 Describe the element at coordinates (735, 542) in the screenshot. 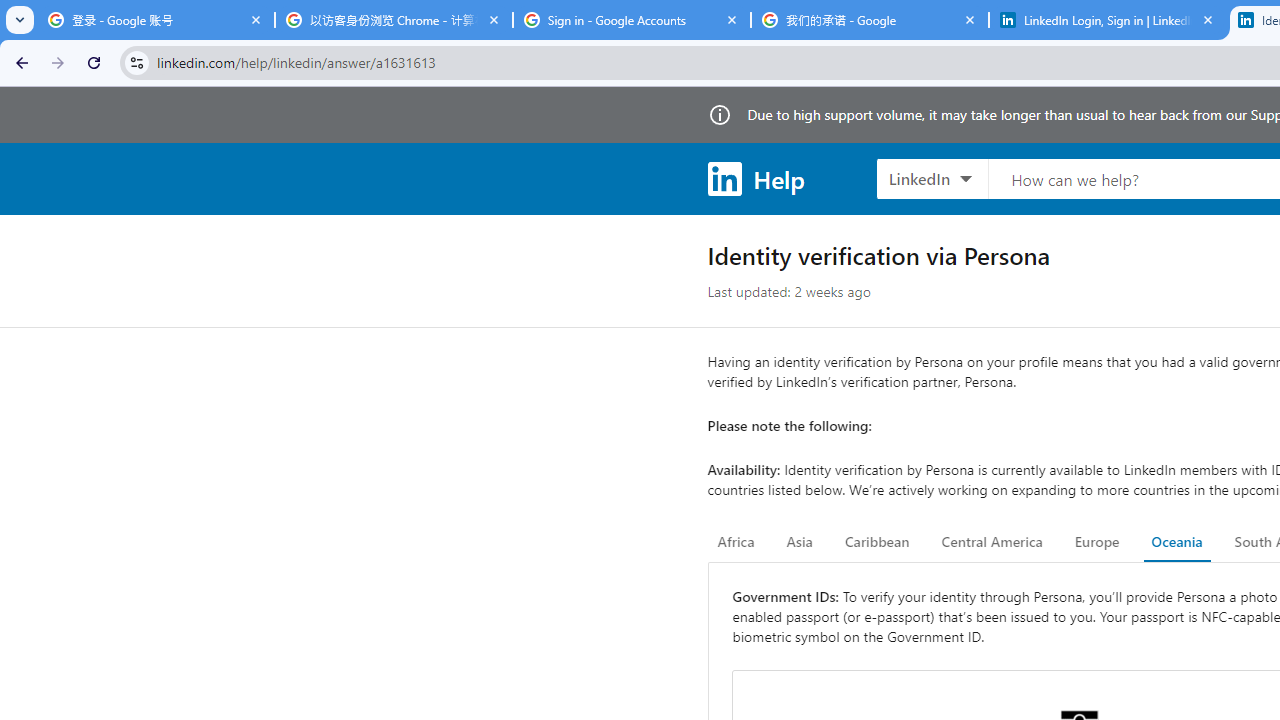

I see `'Africa'` at that location.